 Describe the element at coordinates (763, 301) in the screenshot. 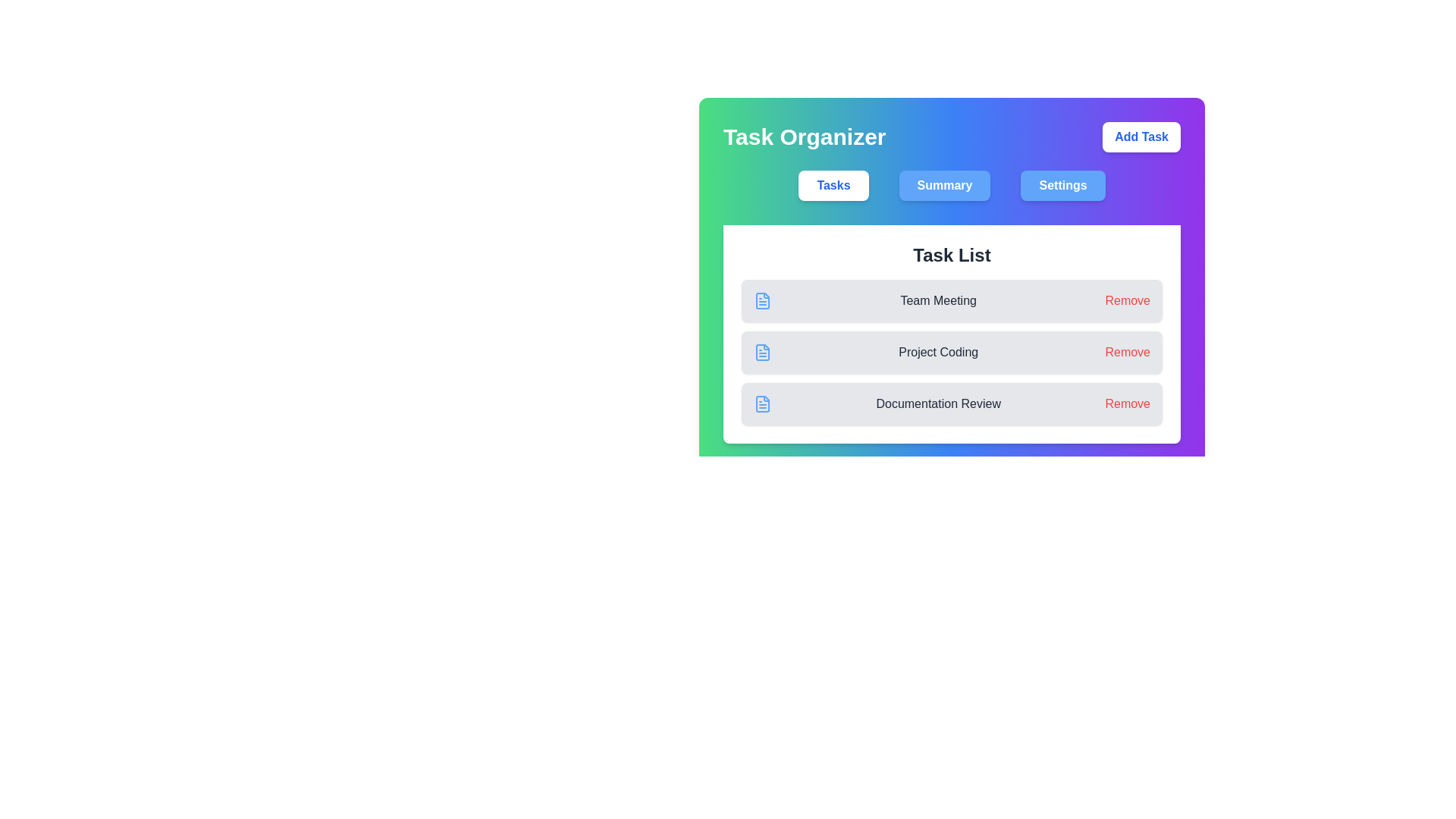

I see `the file icon with a blue border located to the left of the 'Team Meeting' text in the task list section` at that location.